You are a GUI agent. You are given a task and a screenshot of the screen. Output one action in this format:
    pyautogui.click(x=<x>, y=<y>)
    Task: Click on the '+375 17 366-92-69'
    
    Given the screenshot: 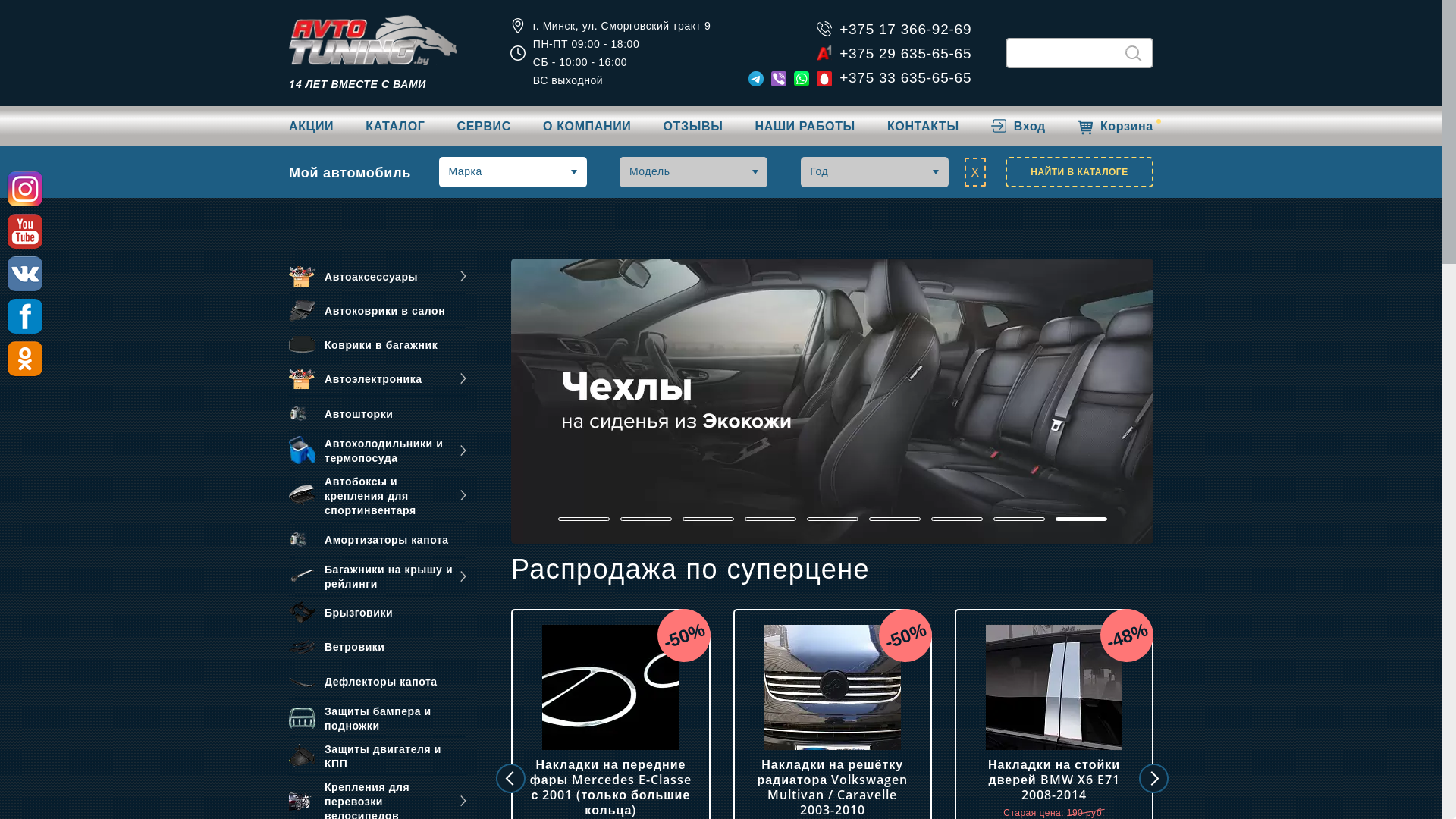 What is the action you would take?
    pyautogui.click(x=905, y=29)
    